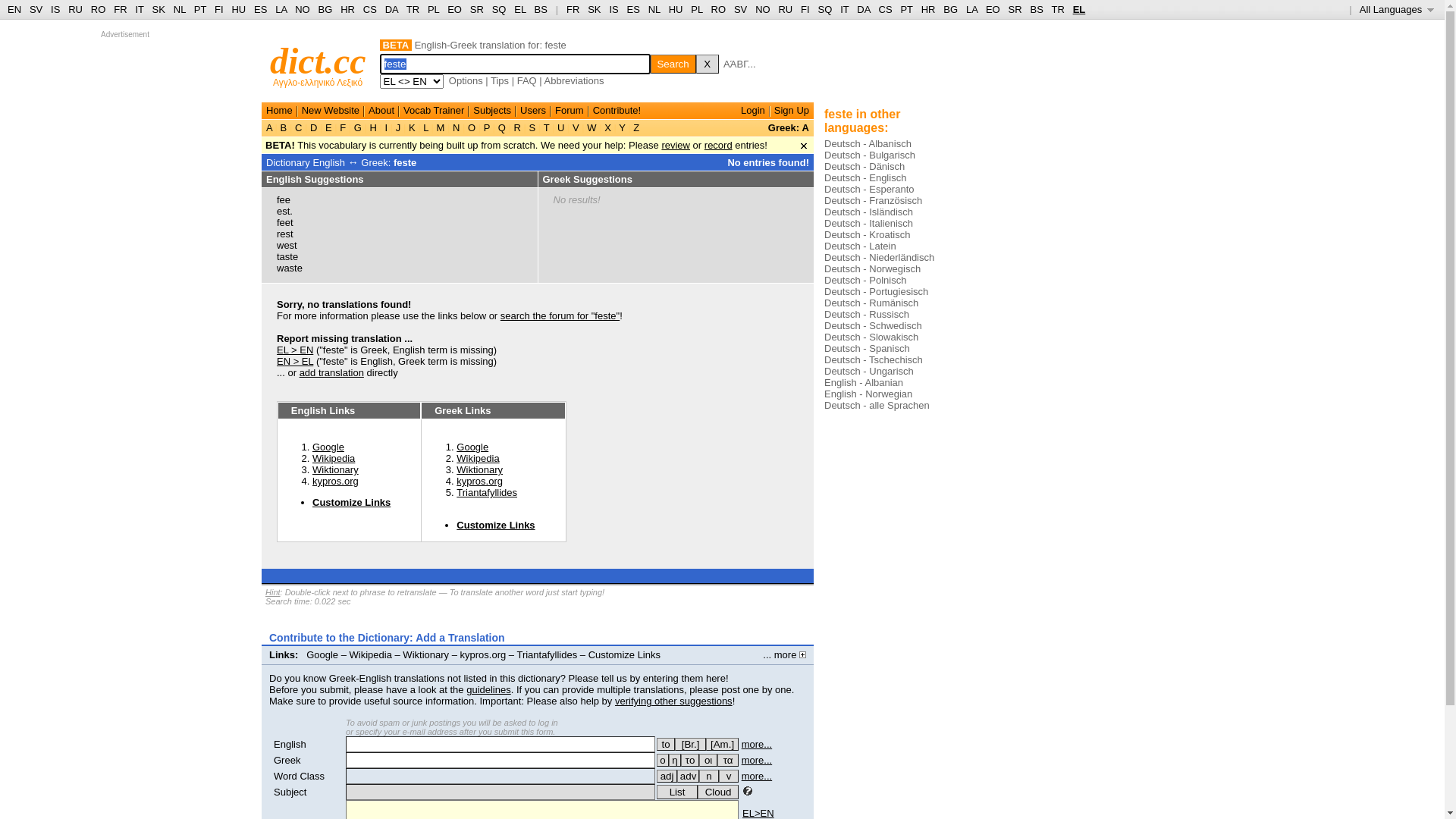  What do you see at coordinates (287, 162) in the screenshot?
I see `'Dictionary'` at bounding box center [287, 162].